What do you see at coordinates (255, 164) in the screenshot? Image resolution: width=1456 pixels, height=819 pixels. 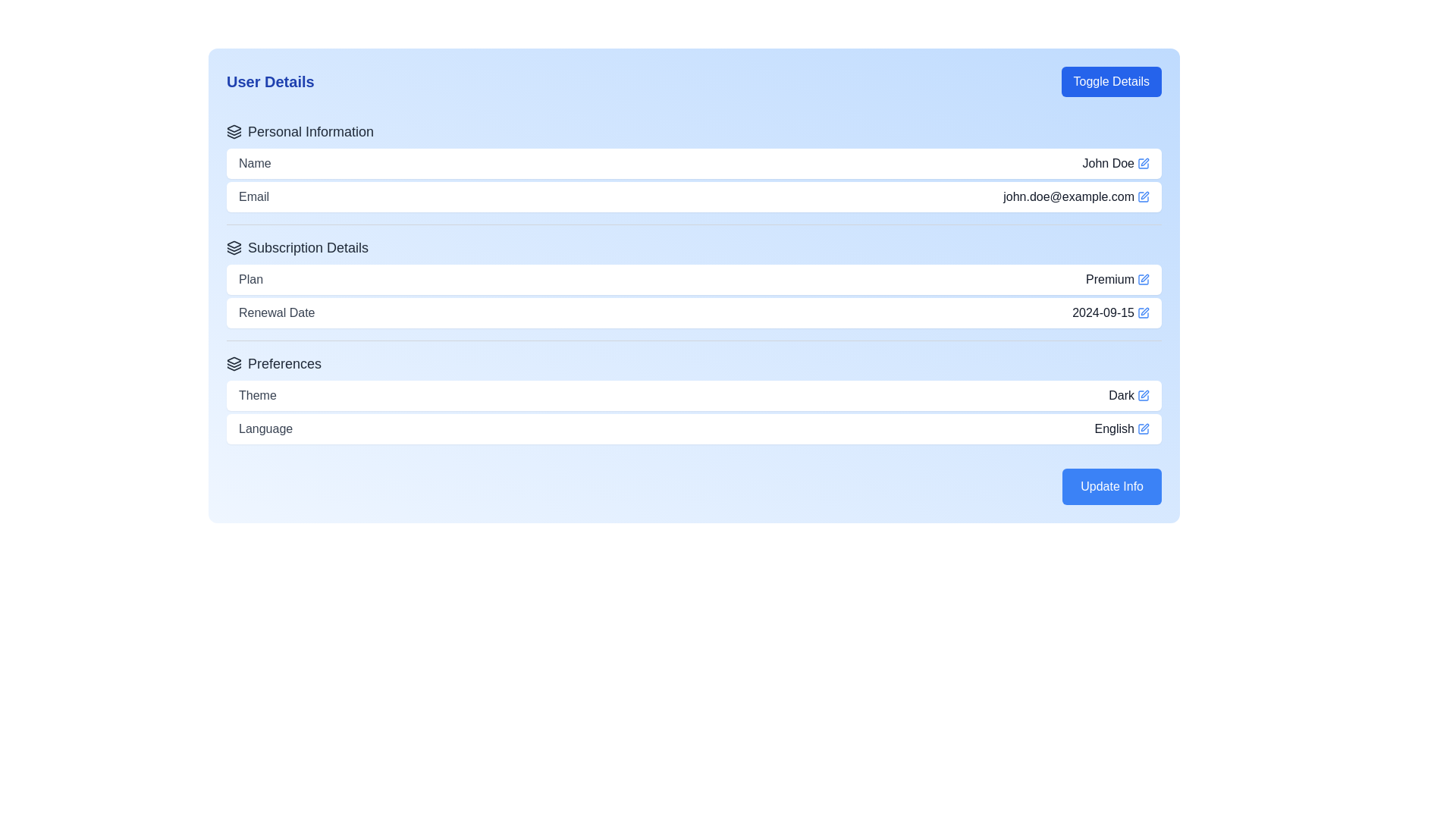 I see `the 'Name' text label, which is displayed in gray font color and indicates the associated content for a name field, located at the top of a white card-like section` at bounding box center [255, 164].